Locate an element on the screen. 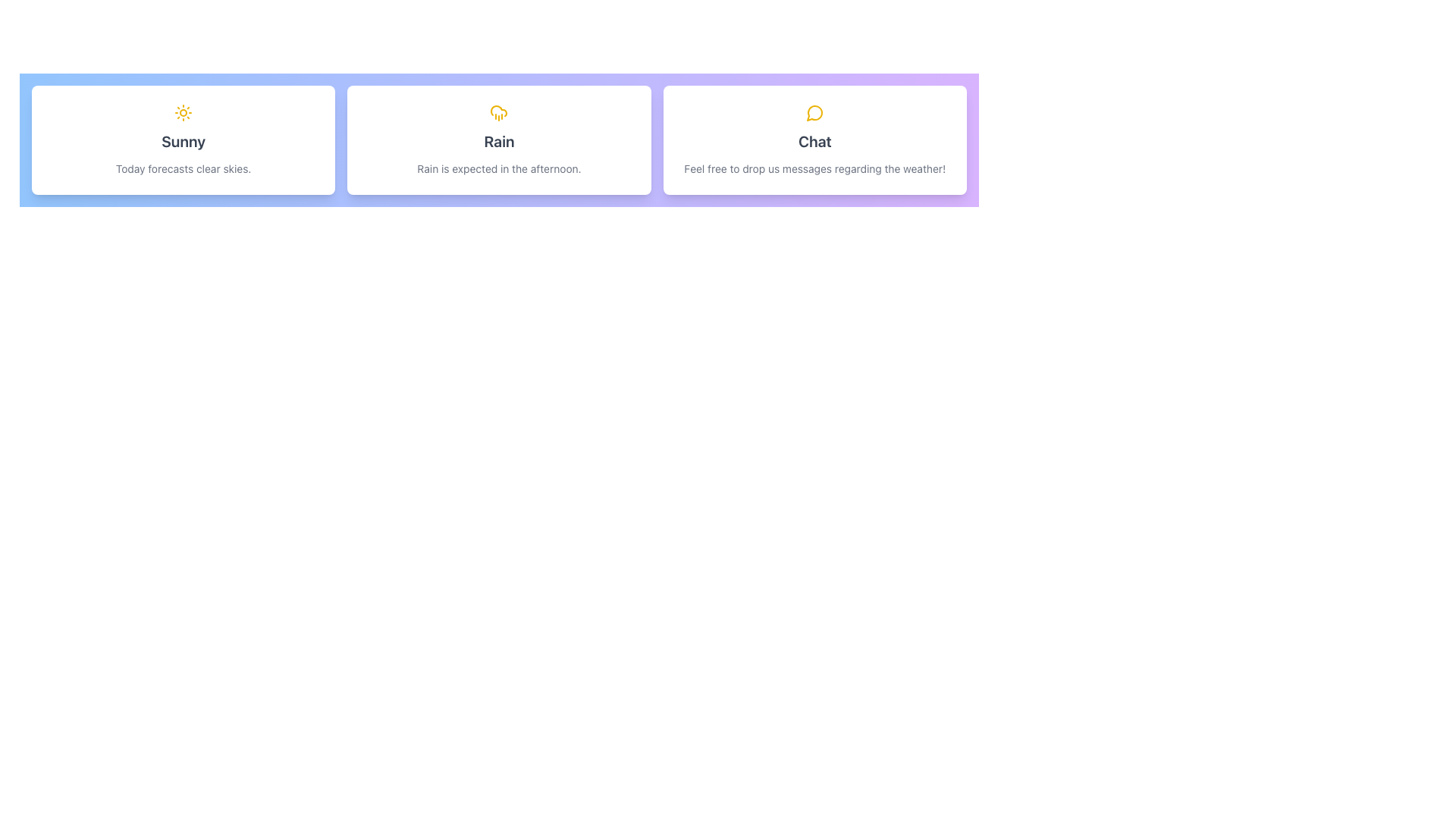 The height and width of the screenshot is (819, 1456). the weather condition label that displays the weather information, located centrally beneath the rainy weather icon and above the description text that states 'Rain is expected in the afternoon.' is located at coordinates (499, 141).